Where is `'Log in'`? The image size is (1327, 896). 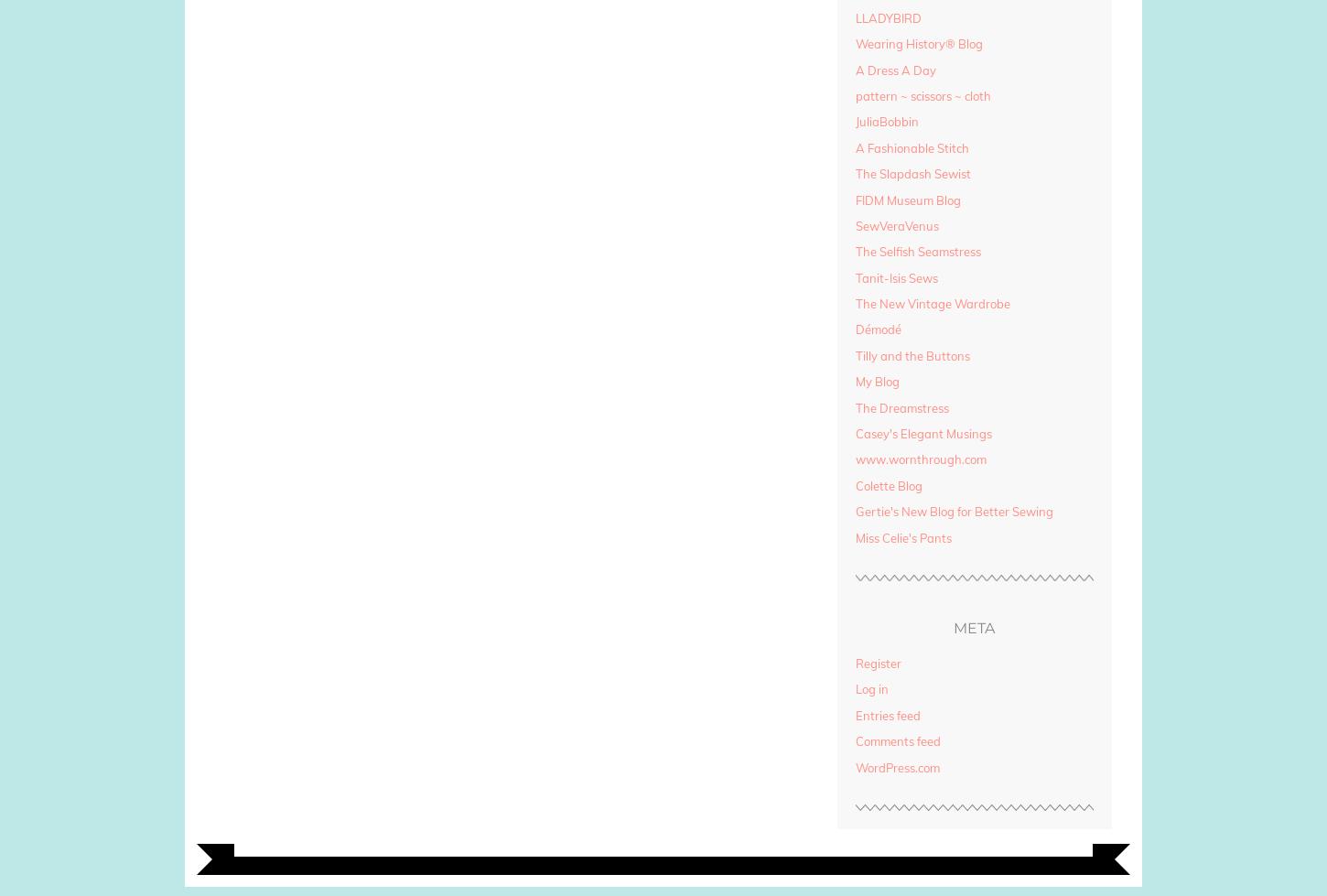
'Log in' is located at coordinates (870, 688).